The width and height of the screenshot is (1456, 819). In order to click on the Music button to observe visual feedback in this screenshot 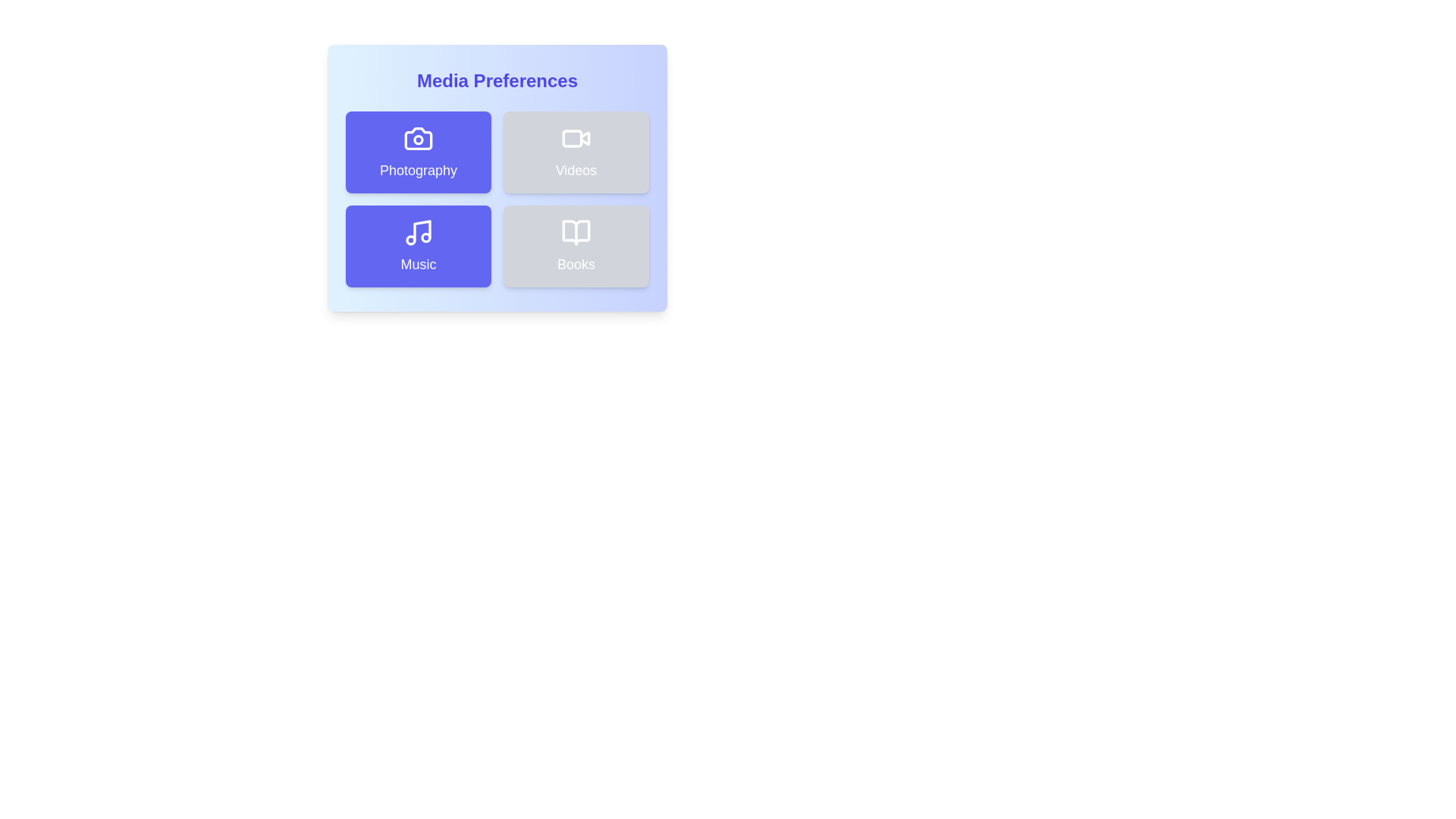, I will do `click(419, 245)`.